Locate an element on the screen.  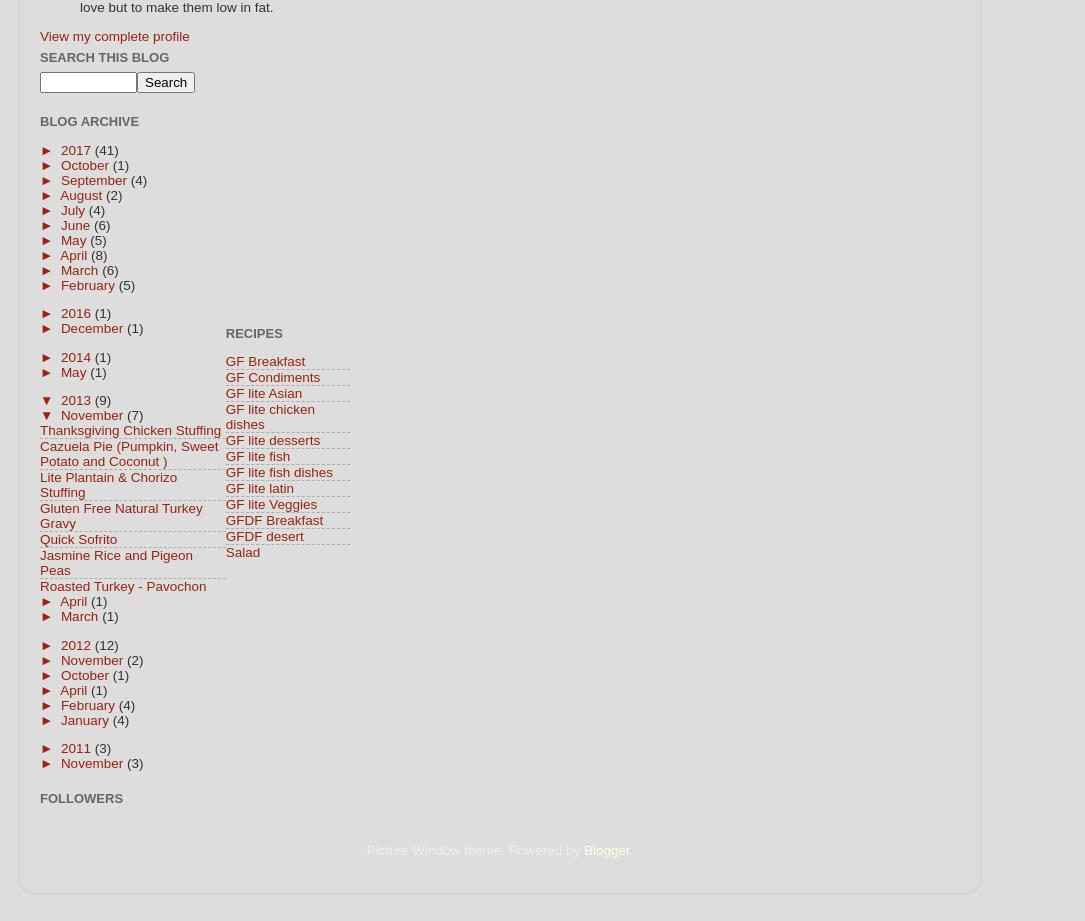
'June' is located at coordinates (60, 223).